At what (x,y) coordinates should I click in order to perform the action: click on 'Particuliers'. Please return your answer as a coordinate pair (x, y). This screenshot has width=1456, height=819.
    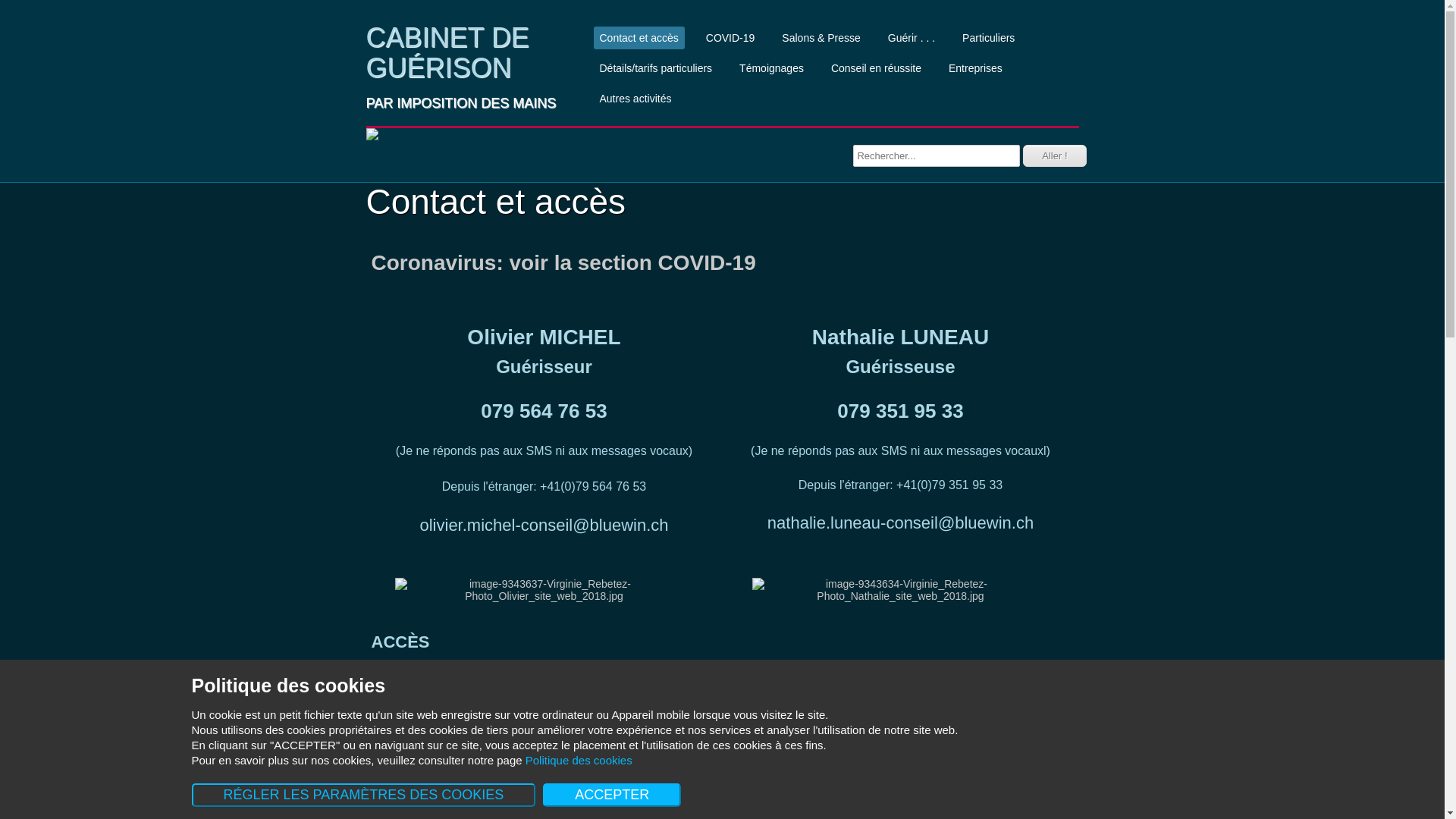
    Looking at the image, I should click on (988, 37).